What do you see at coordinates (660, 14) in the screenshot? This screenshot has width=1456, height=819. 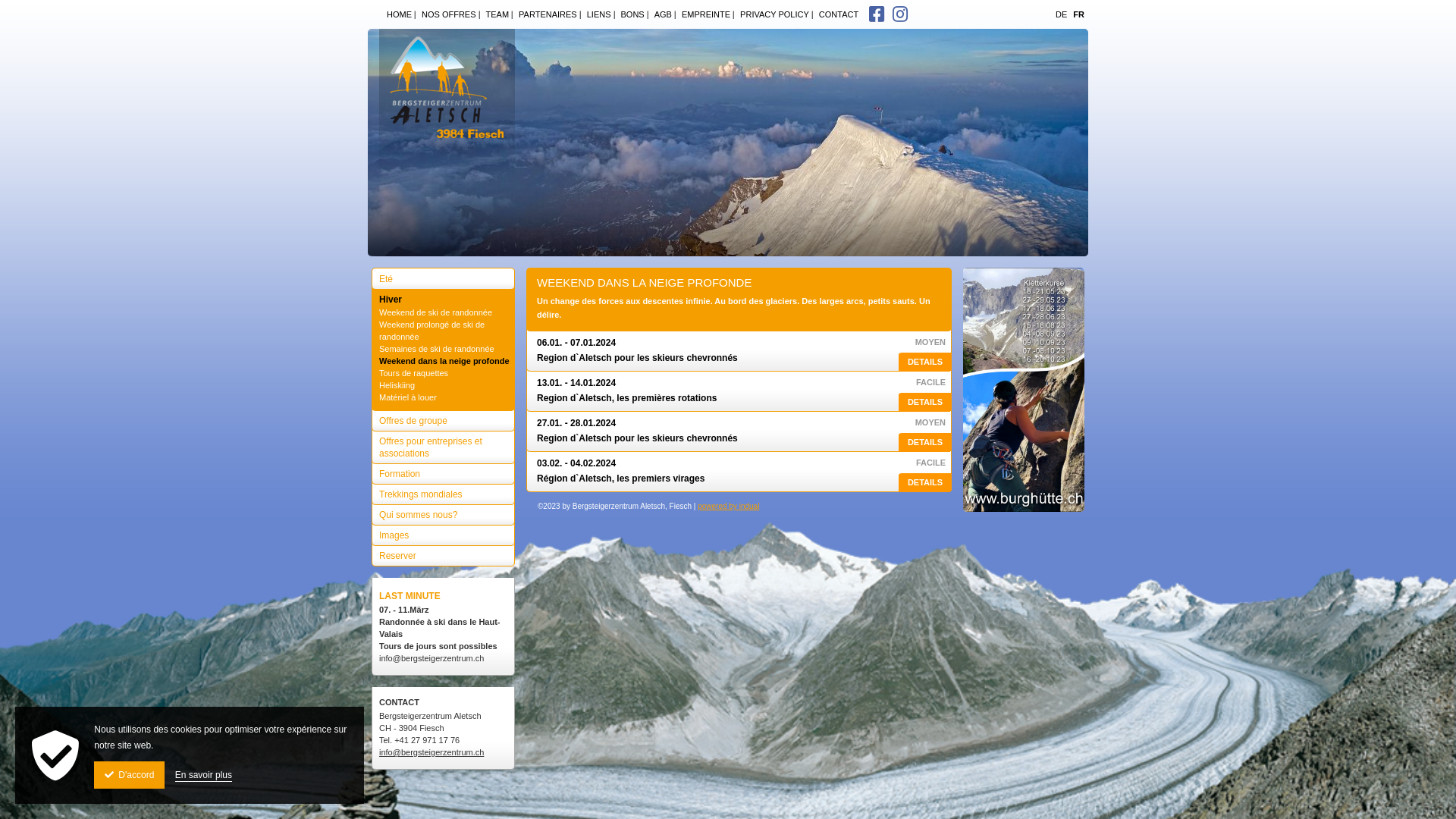 I see `'AGB'` at bounding box center [660, 14].